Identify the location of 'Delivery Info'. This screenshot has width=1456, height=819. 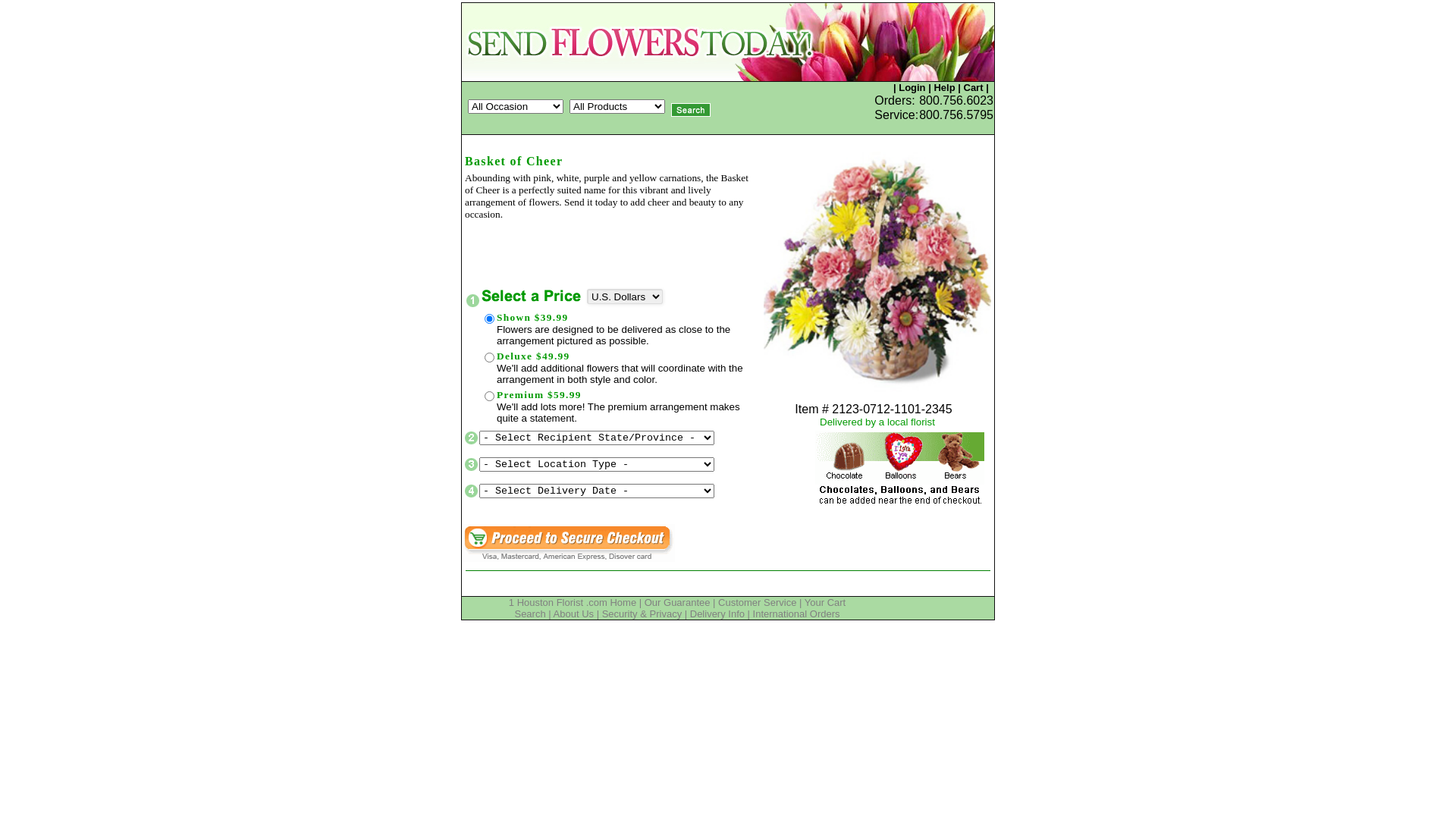
(689, 613).